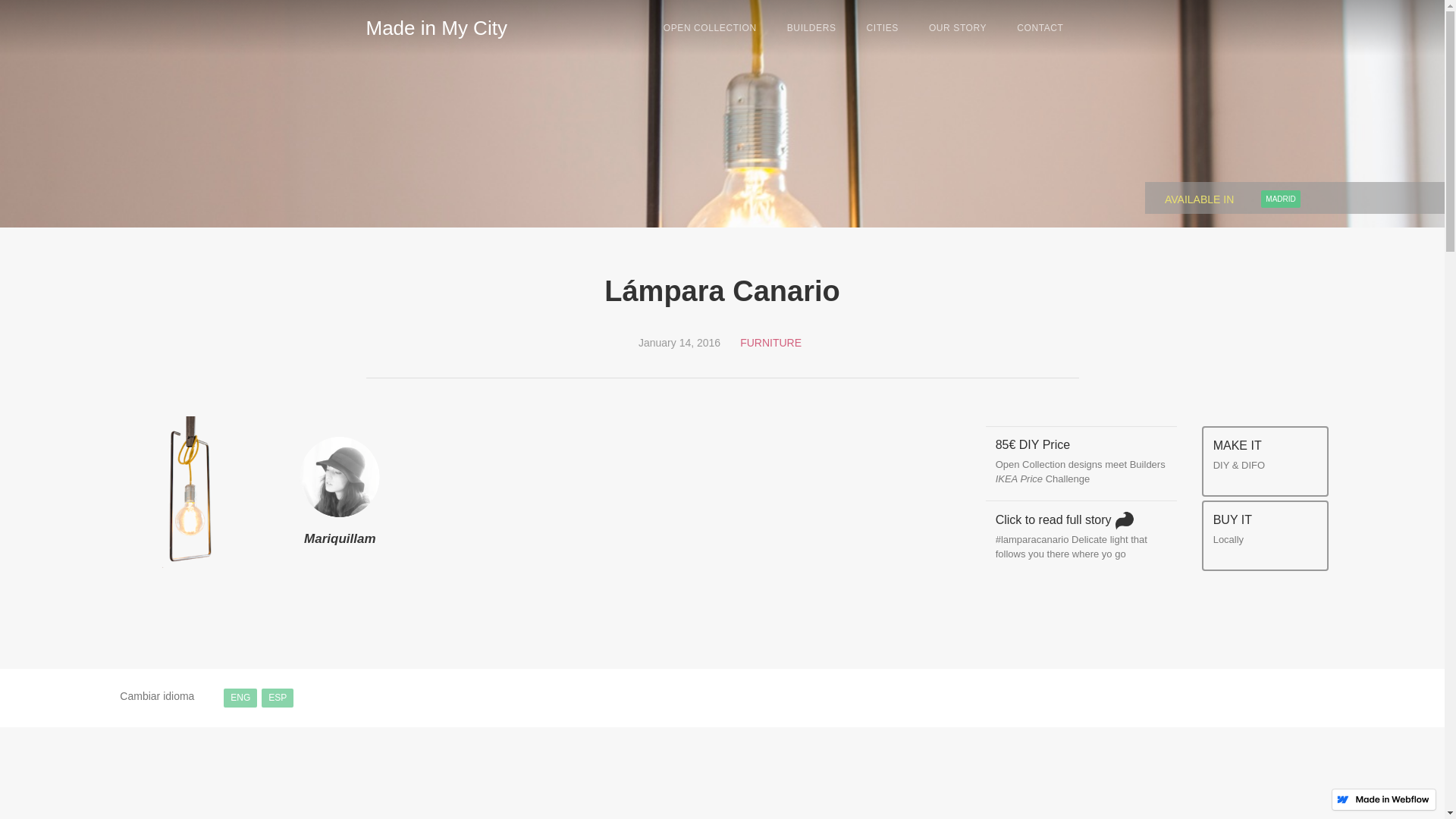 The width and height of the screenshot is (1456, 819). What do you see at coordinates (770, 342) in the screenshot?
I see `'FURNITURE'` at bounding box center [770, 342].